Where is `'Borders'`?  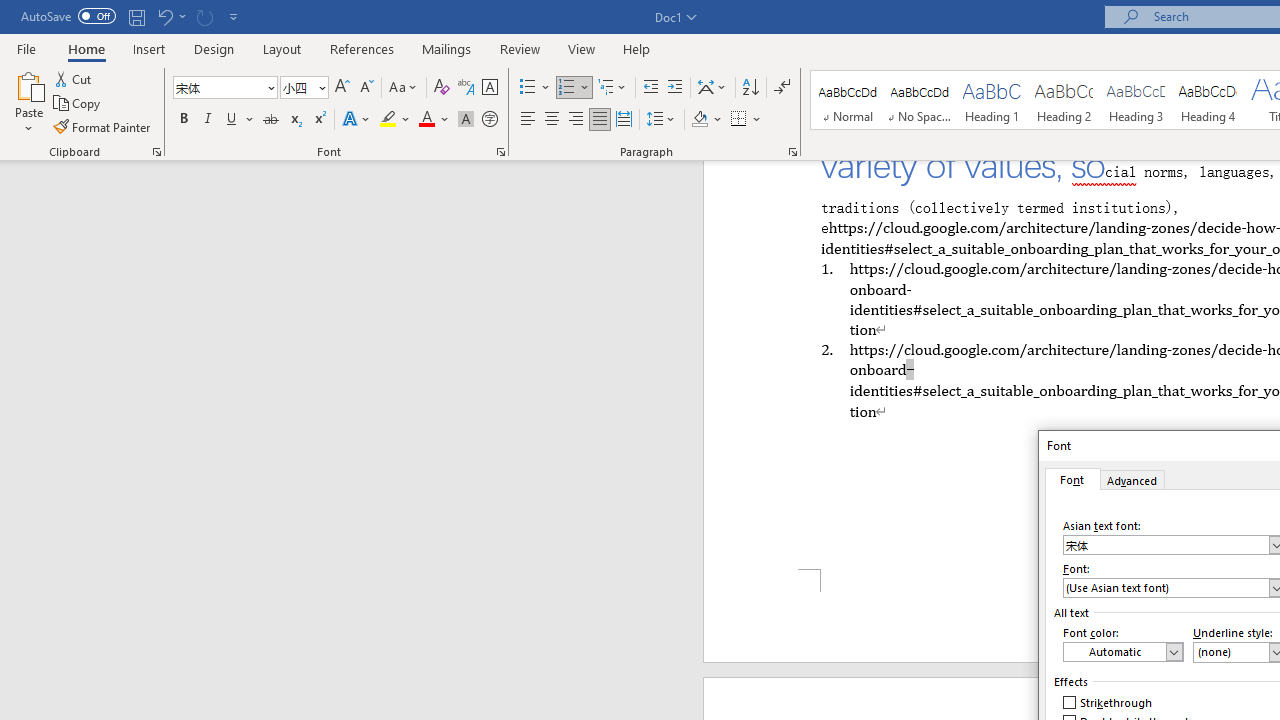
'Borders' is located at coordinates (745, 119).